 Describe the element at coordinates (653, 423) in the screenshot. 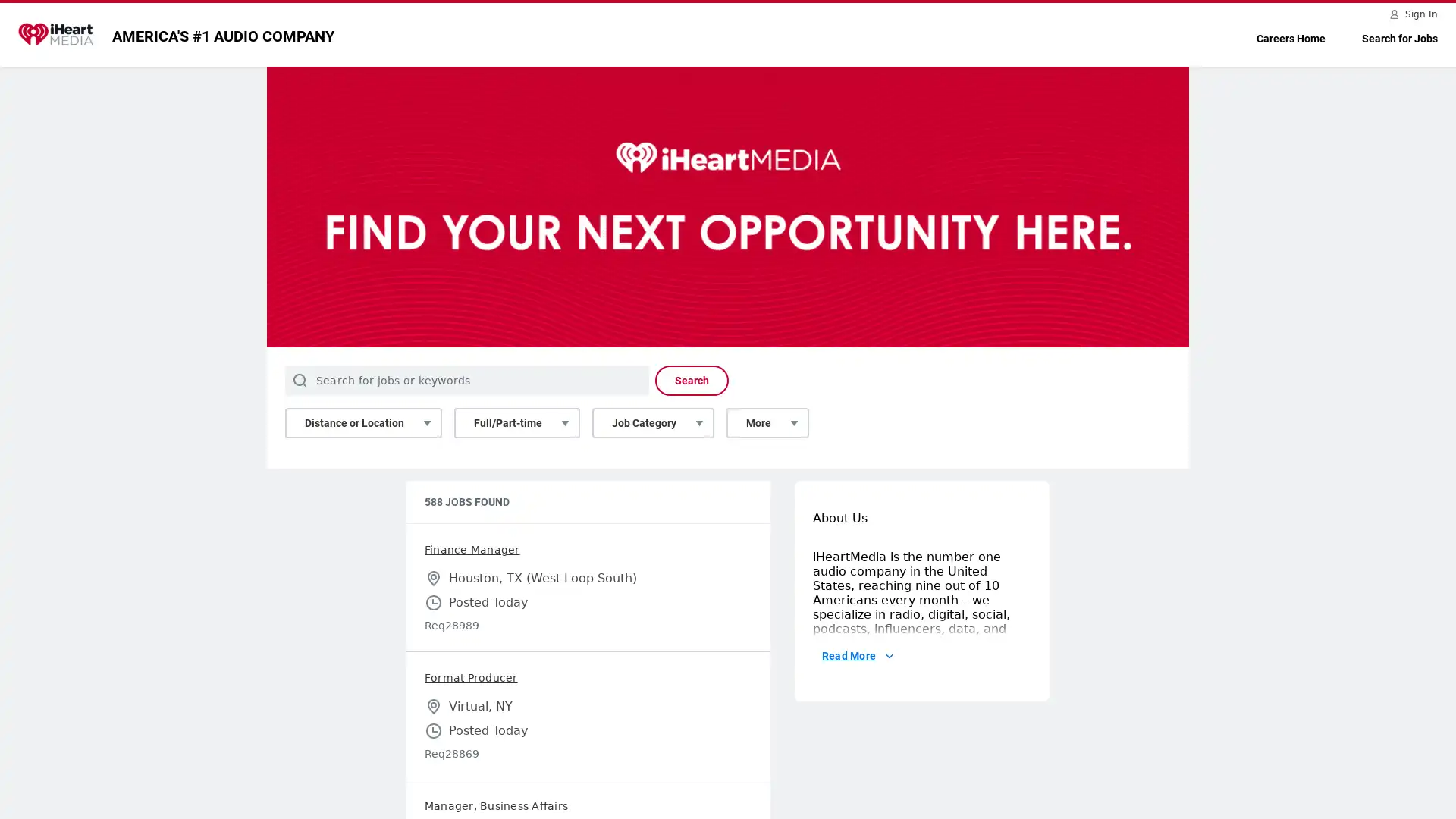

I see `Job Category` at that location.